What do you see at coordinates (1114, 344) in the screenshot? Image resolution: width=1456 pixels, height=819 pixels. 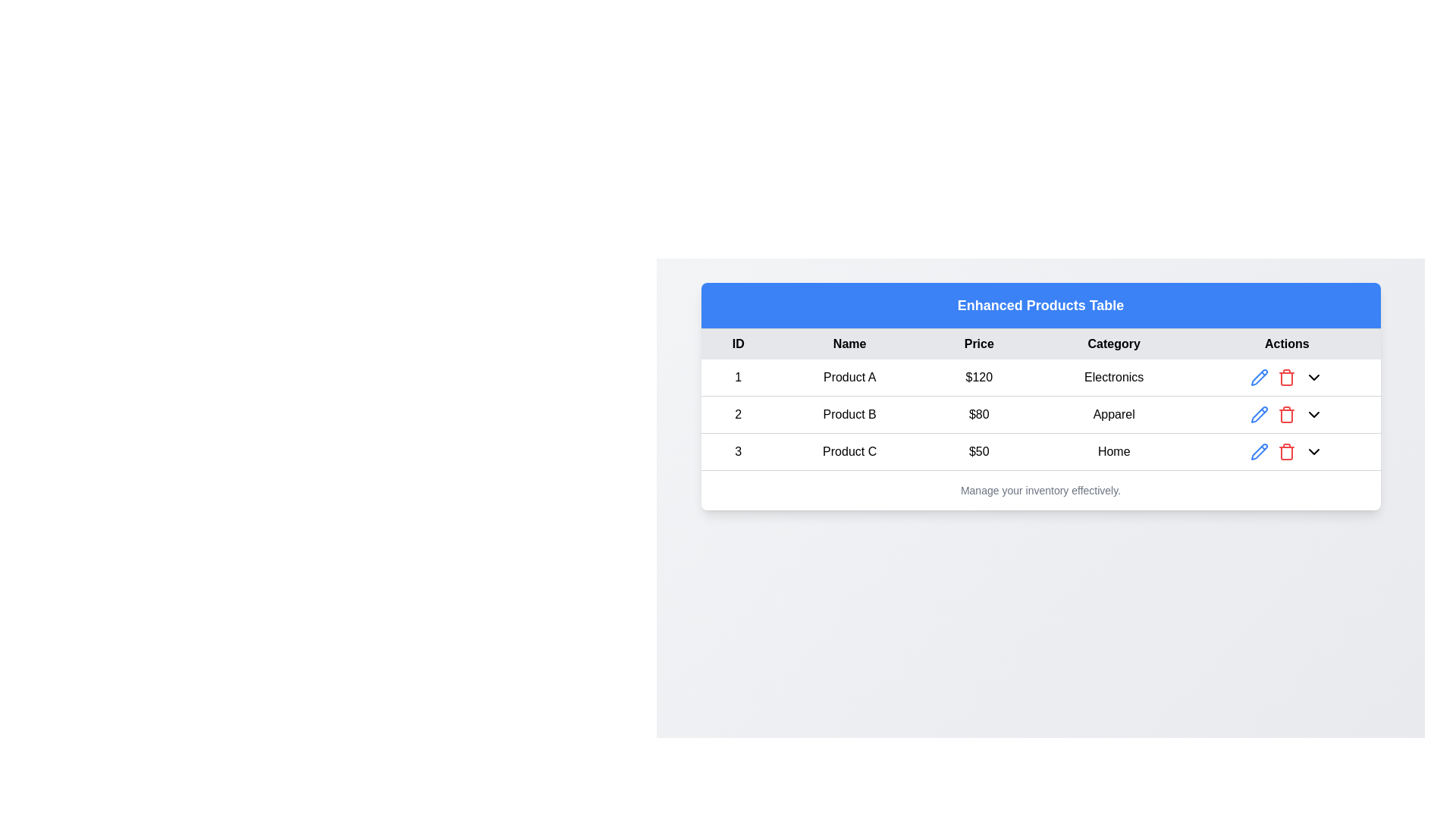 I see `the 'Category' header text label in the fourth column of the table, which is positioned between the 'Price' and 'Actions' columns` at bounding box center [1114, 344].